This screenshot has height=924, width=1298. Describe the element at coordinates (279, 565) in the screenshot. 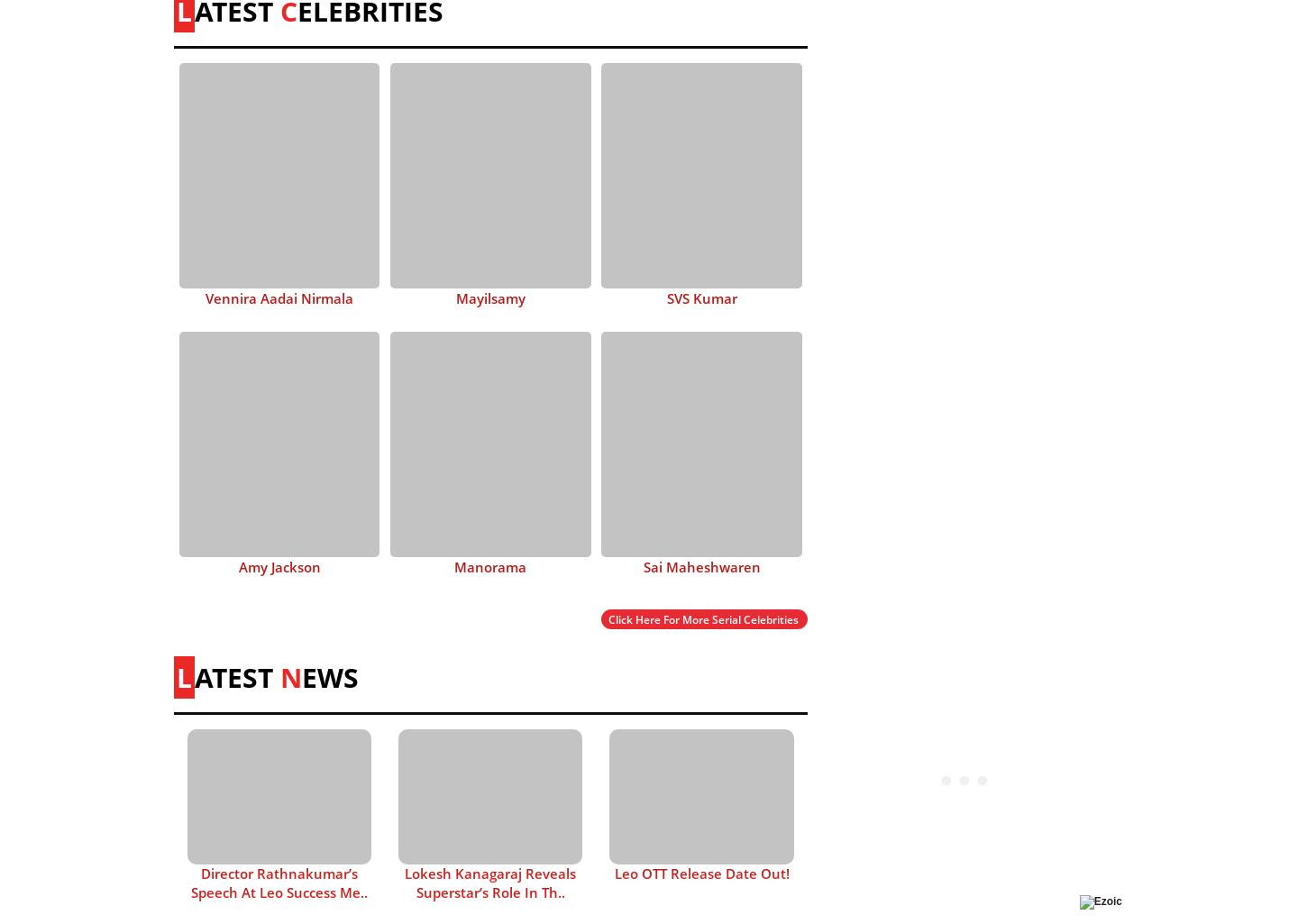

I see `'Amy Jackson'` at that location.